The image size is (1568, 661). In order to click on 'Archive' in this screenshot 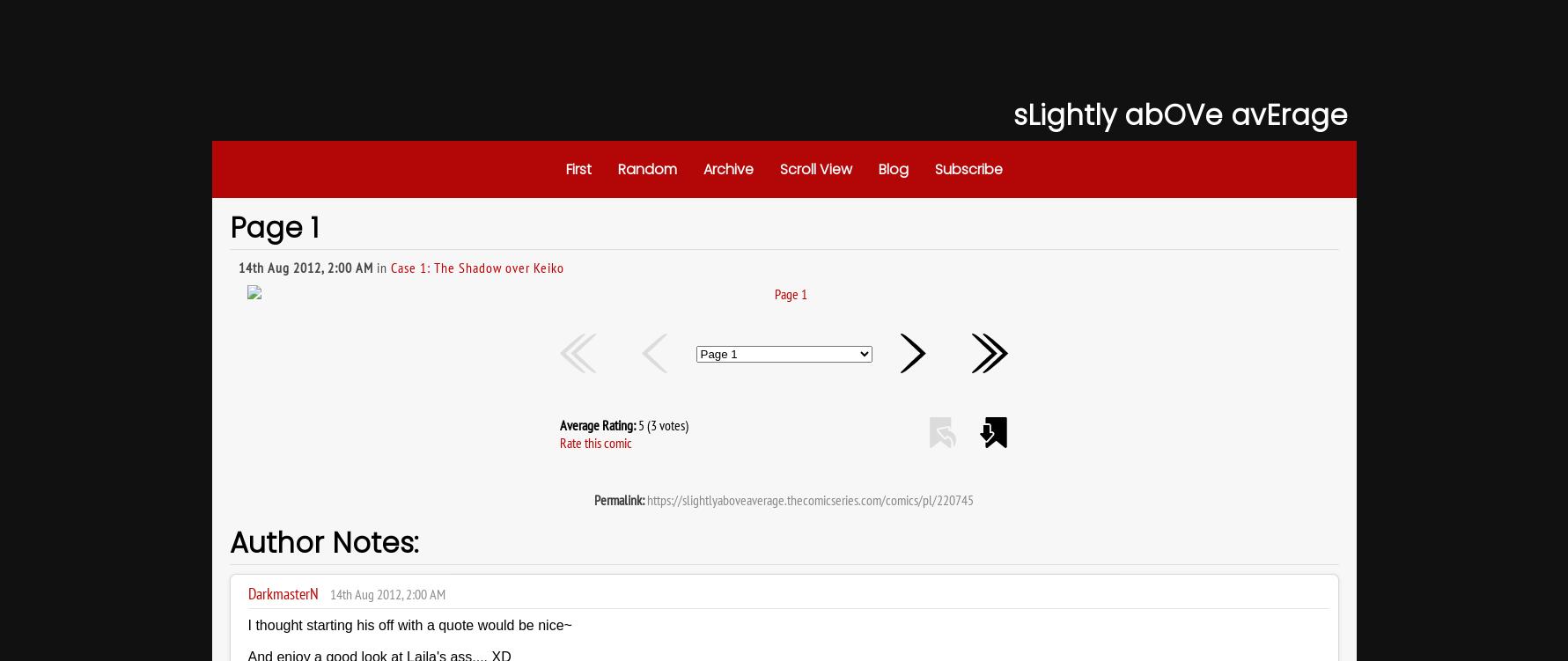, I will do `click(702, 169)`.